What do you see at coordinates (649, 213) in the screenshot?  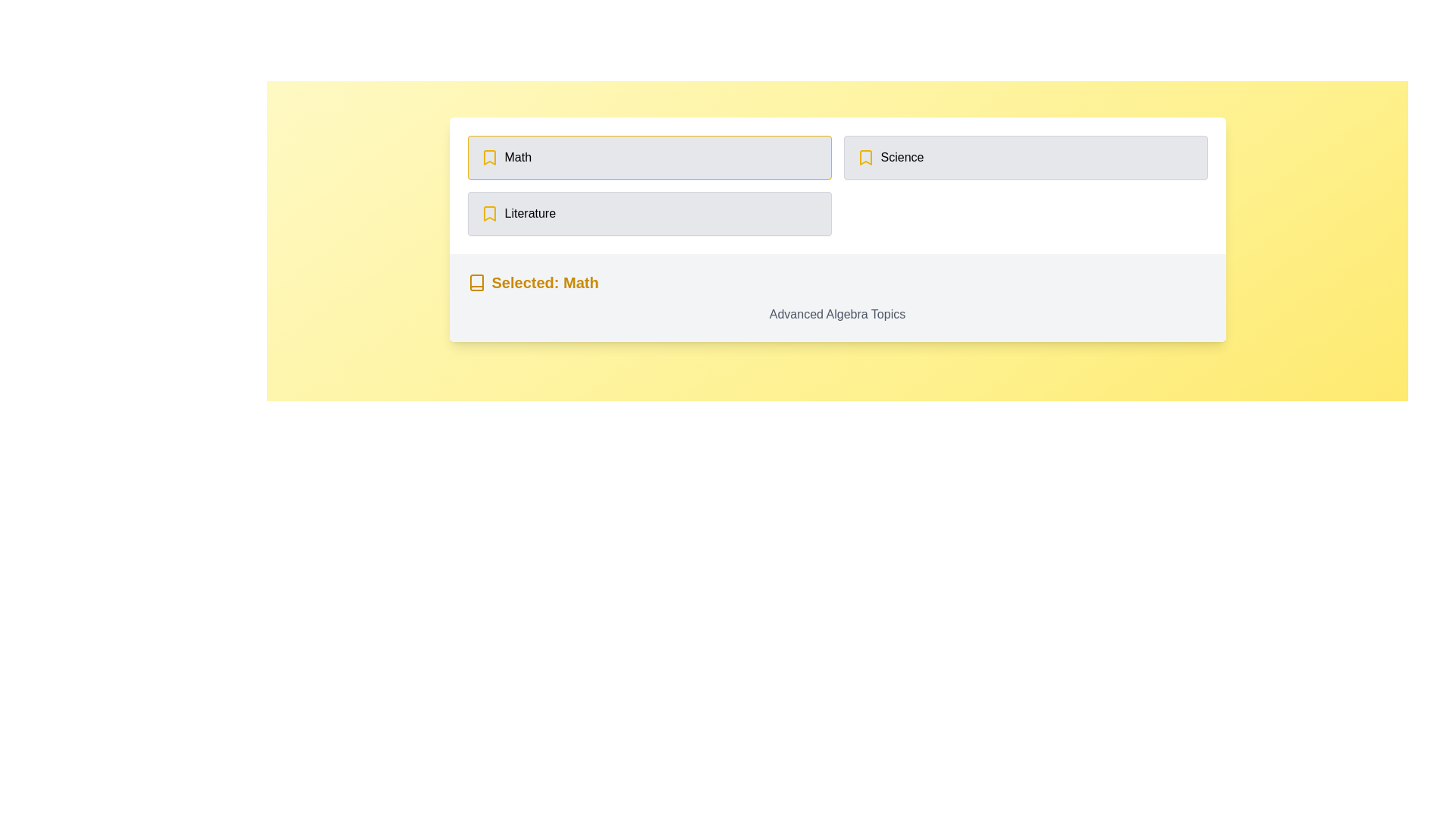 I see `the 'Literature' selectable option located below the 'Math' and 'Science' sections` at bounding box center [649, 213].